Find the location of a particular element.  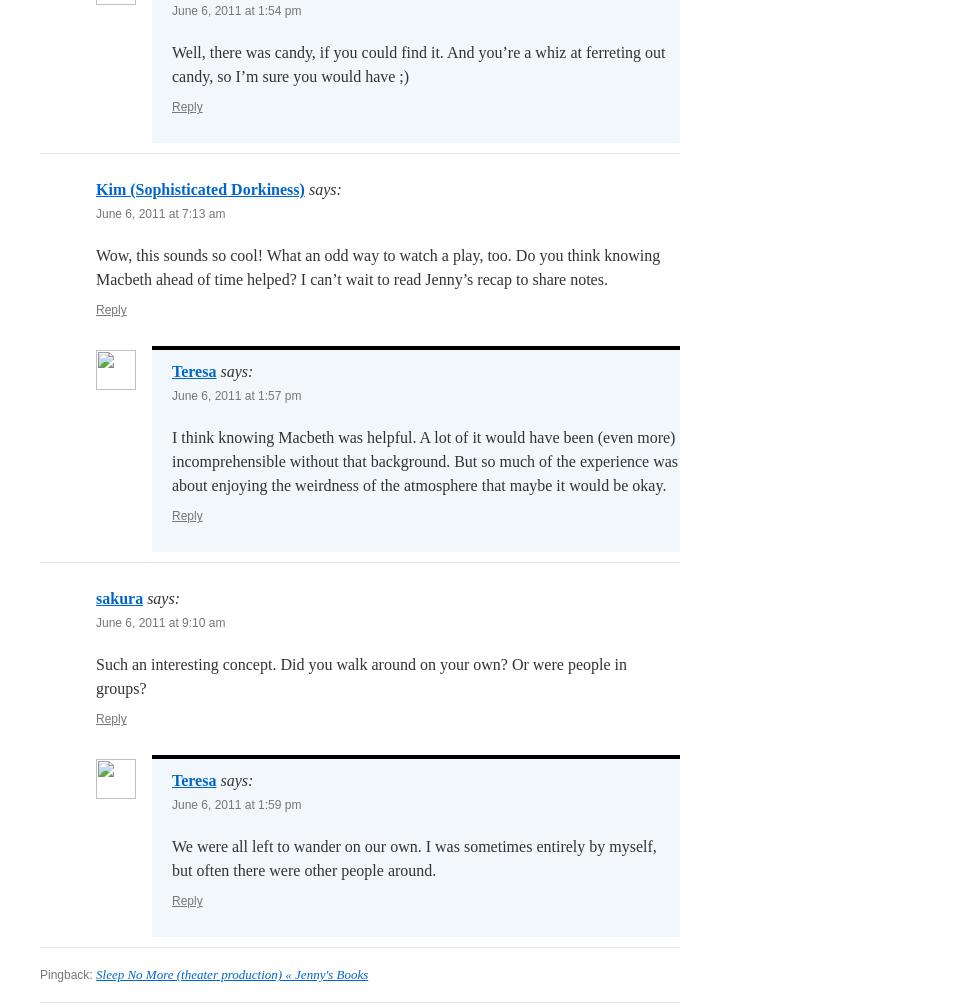

'Wow, this sounds so cool! What an odd way to watch a play, too. Do you think knowing Macbeth ahead of time helped? I can’t wait to read Jenny’s recap to share notes.' is located at coordinates (96, 267).